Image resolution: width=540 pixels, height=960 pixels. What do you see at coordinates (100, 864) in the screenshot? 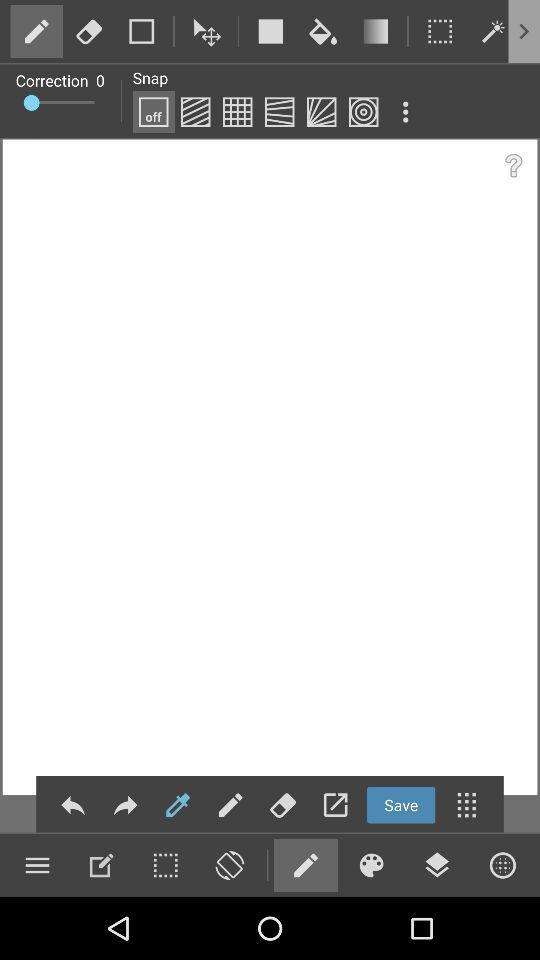
I see `the edit icon` at bounding box center [100, 864].